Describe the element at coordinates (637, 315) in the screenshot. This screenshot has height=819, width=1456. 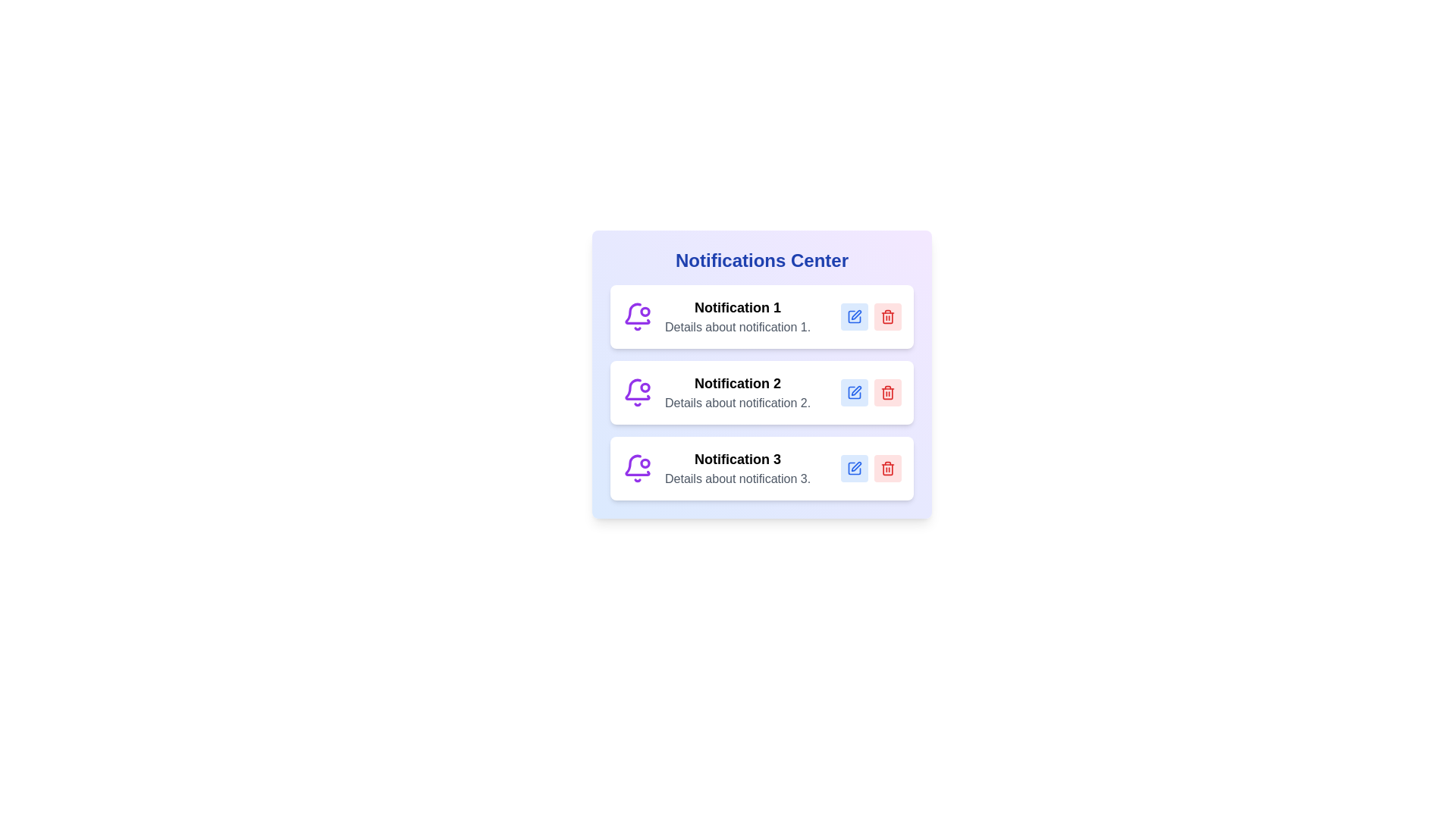
I see `the notification icon located inside the first notification card at the topmost row of the notification list, near the left edge` at that location.